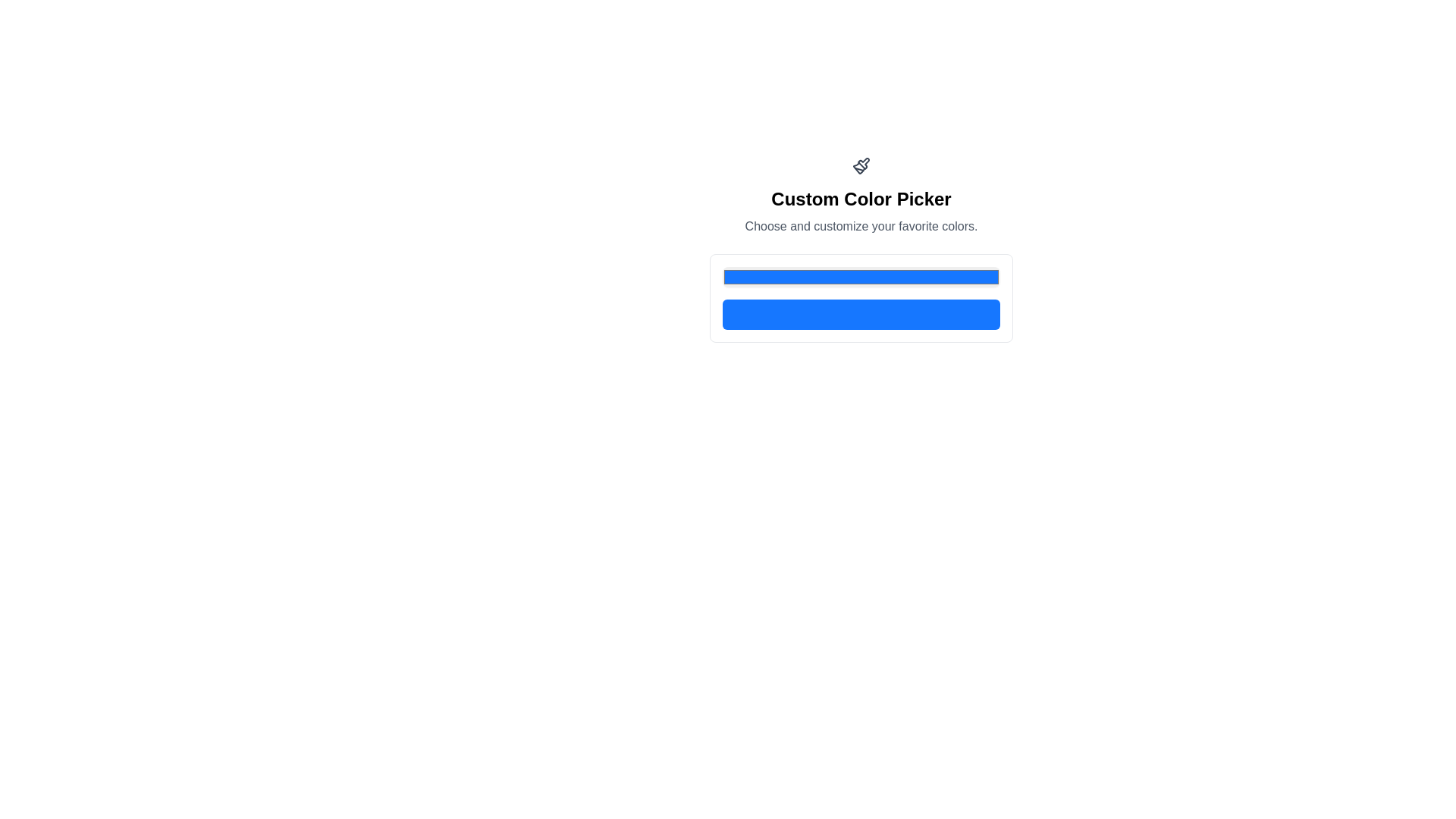 This screenshot has height=819, width=1456. Describe the element at coordinates (861, 277) in the screenshot. I see `the Color input field with a vibrant blue color, located under the 'Custom Color Picker' heading` at that location.